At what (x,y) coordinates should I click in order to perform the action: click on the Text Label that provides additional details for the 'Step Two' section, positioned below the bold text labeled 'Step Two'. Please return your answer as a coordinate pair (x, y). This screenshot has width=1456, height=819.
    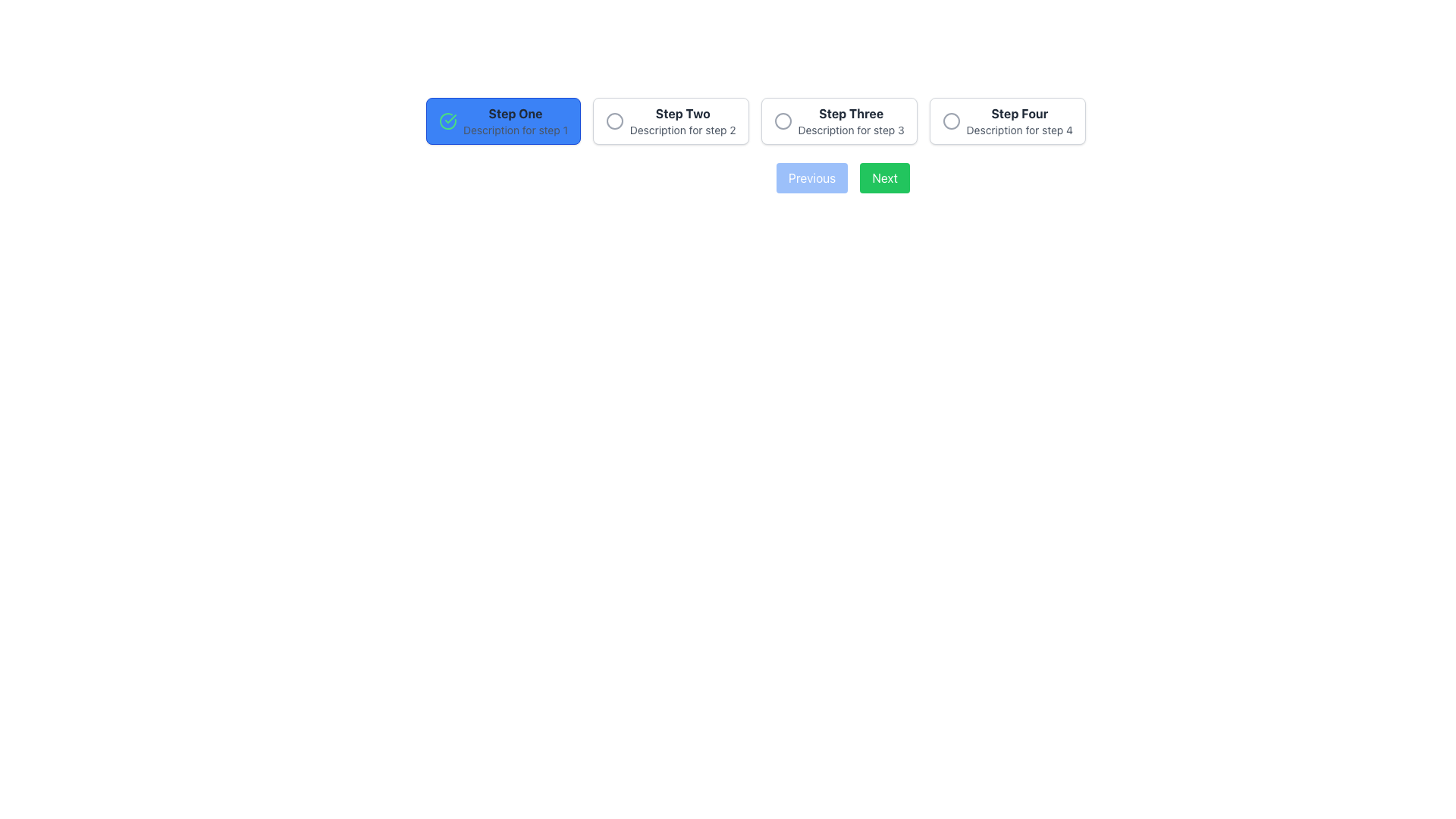
    Looking at the image, I should click on (682, 130).